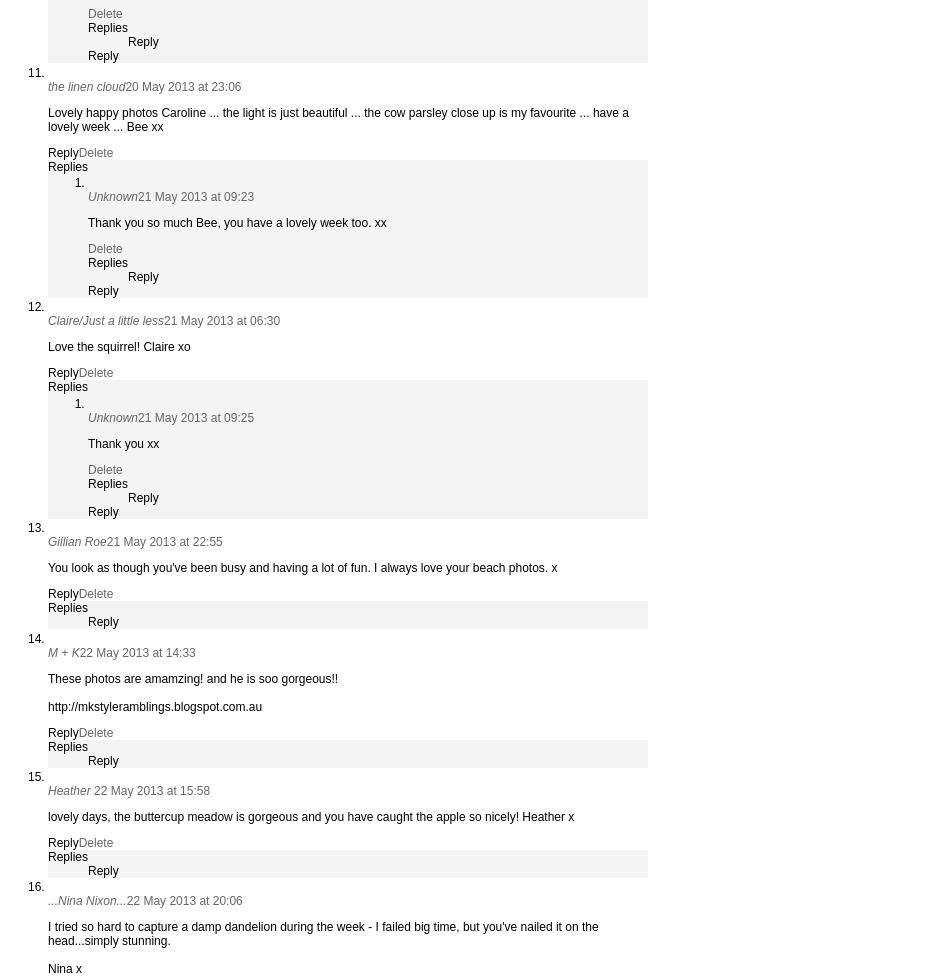 The image size is (948, 980). I want to click on 'lovely days, the buttercup meadow is gorgeous and you have caught the apple so nicely! Heather x', so click(47, 817).